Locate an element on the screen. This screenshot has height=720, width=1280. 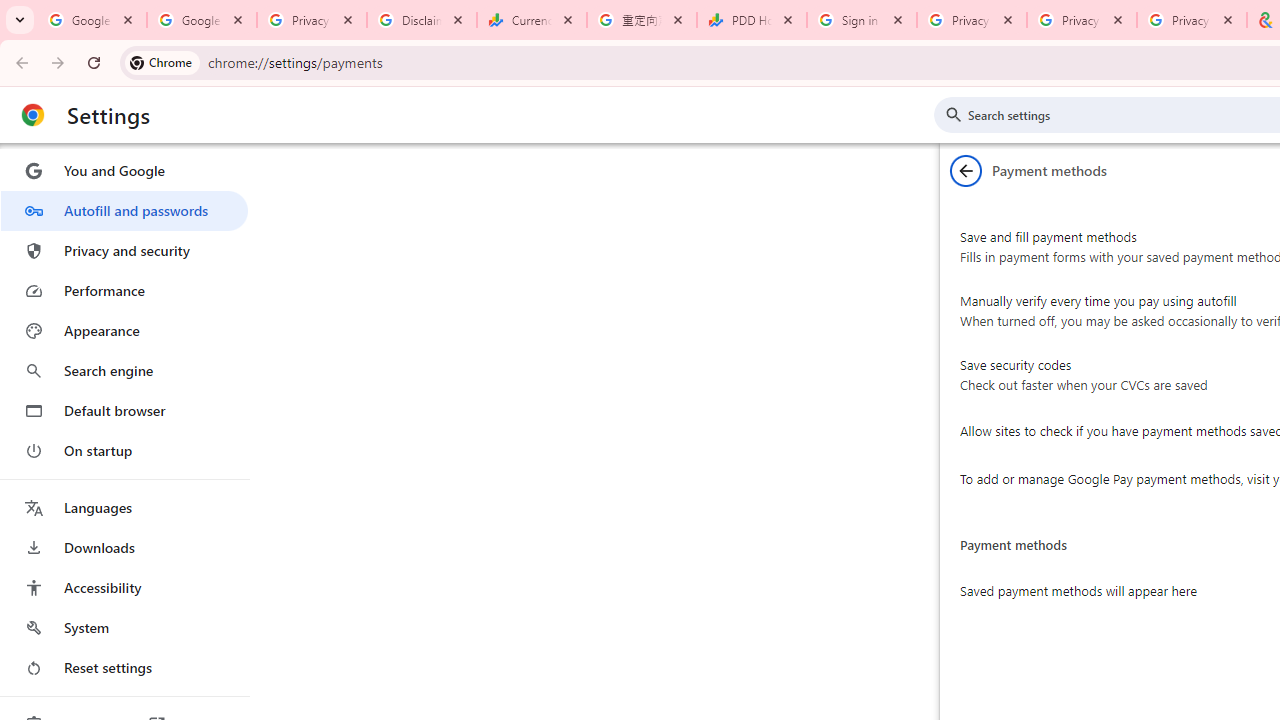
'Performance' is located at coordinates (123, 290).